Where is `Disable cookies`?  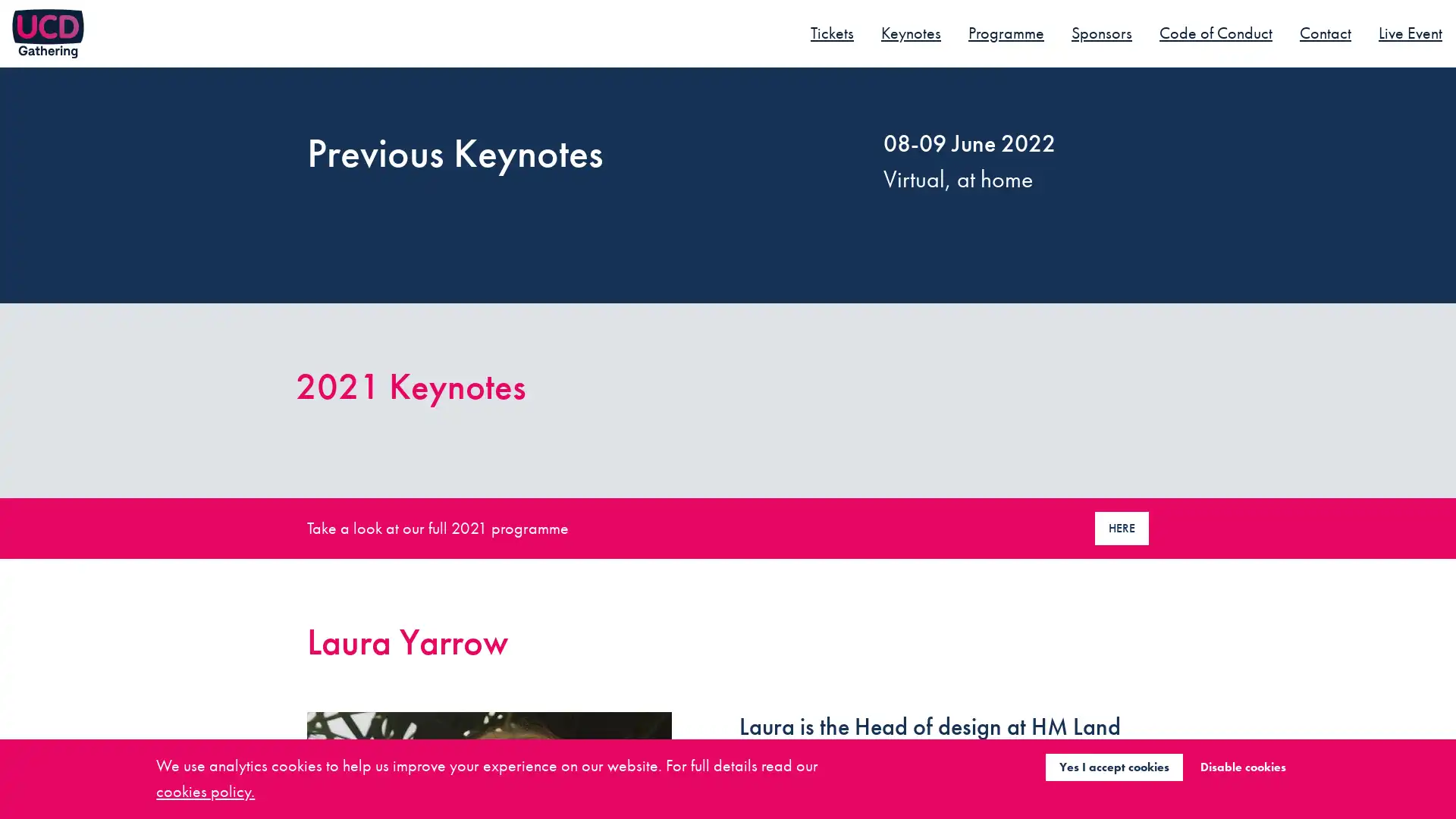 Disable cookies is located at coordinates (1242, 766).